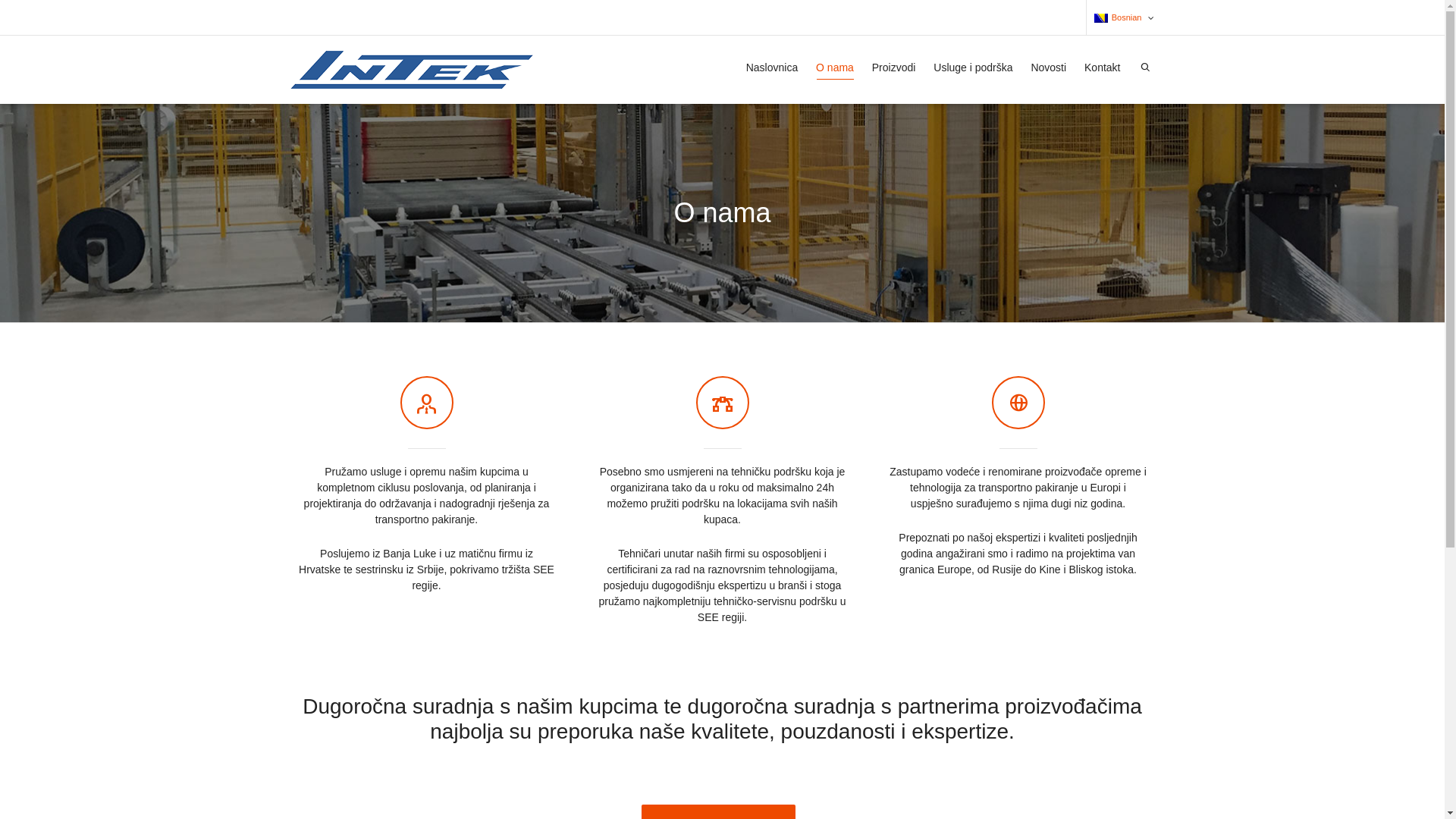 Image resolution: width=1456 pixels, height=819 pixels. Describe the element at coordinates (1102, 67) in the screenshot. I see `'Kontakt'` at that location.